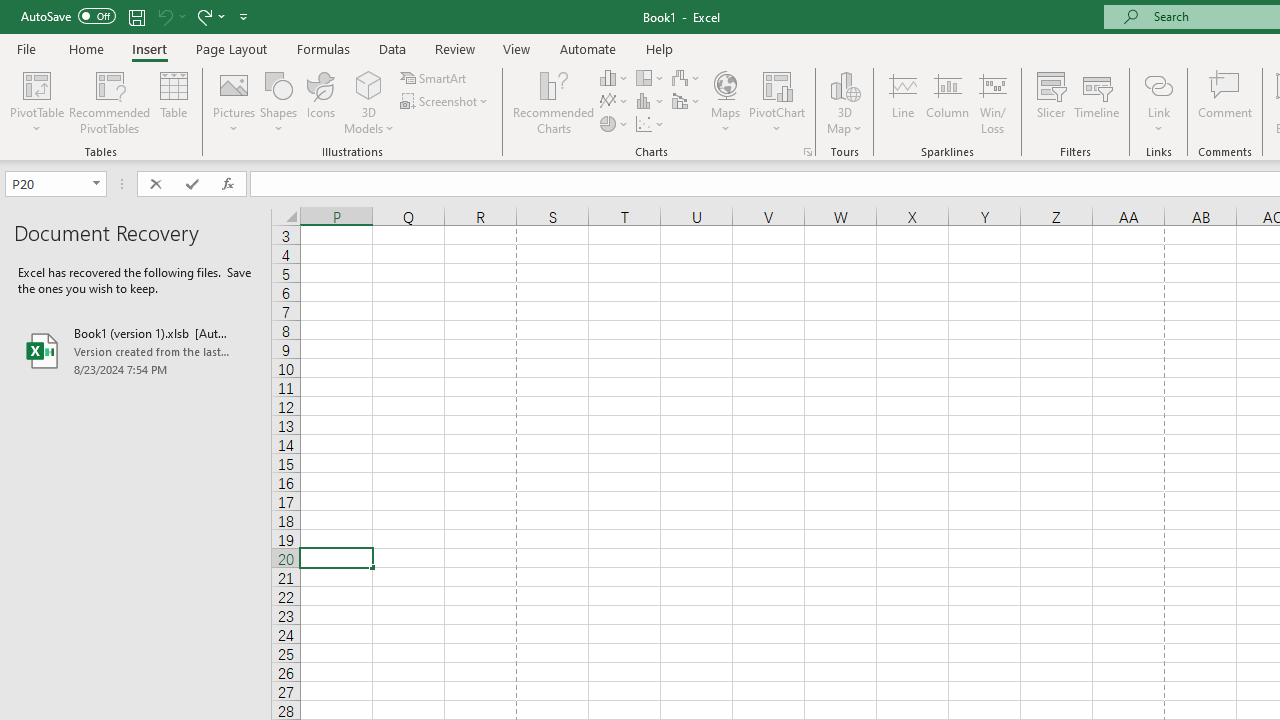 The image size is (1280, 720). I want to click on 'Recommended PivotTables', so click(109, 103).